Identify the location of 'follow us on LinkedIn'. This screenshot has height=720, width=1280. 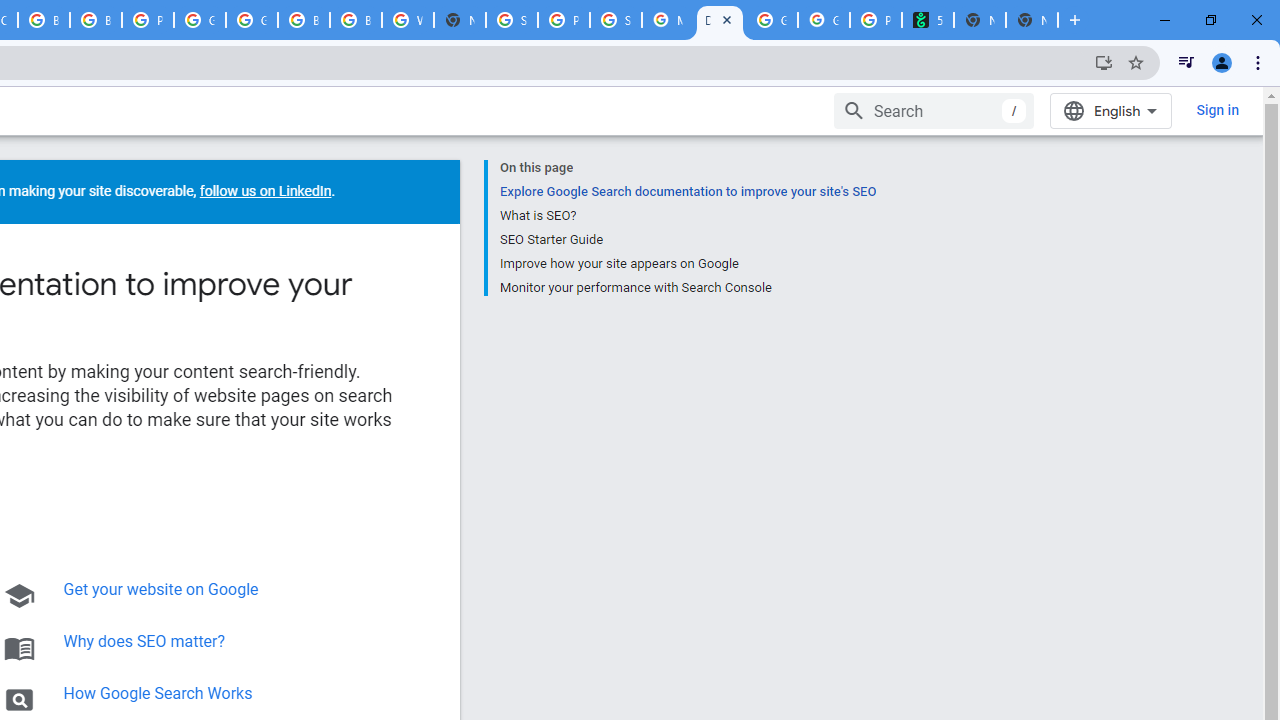
(263, 191).